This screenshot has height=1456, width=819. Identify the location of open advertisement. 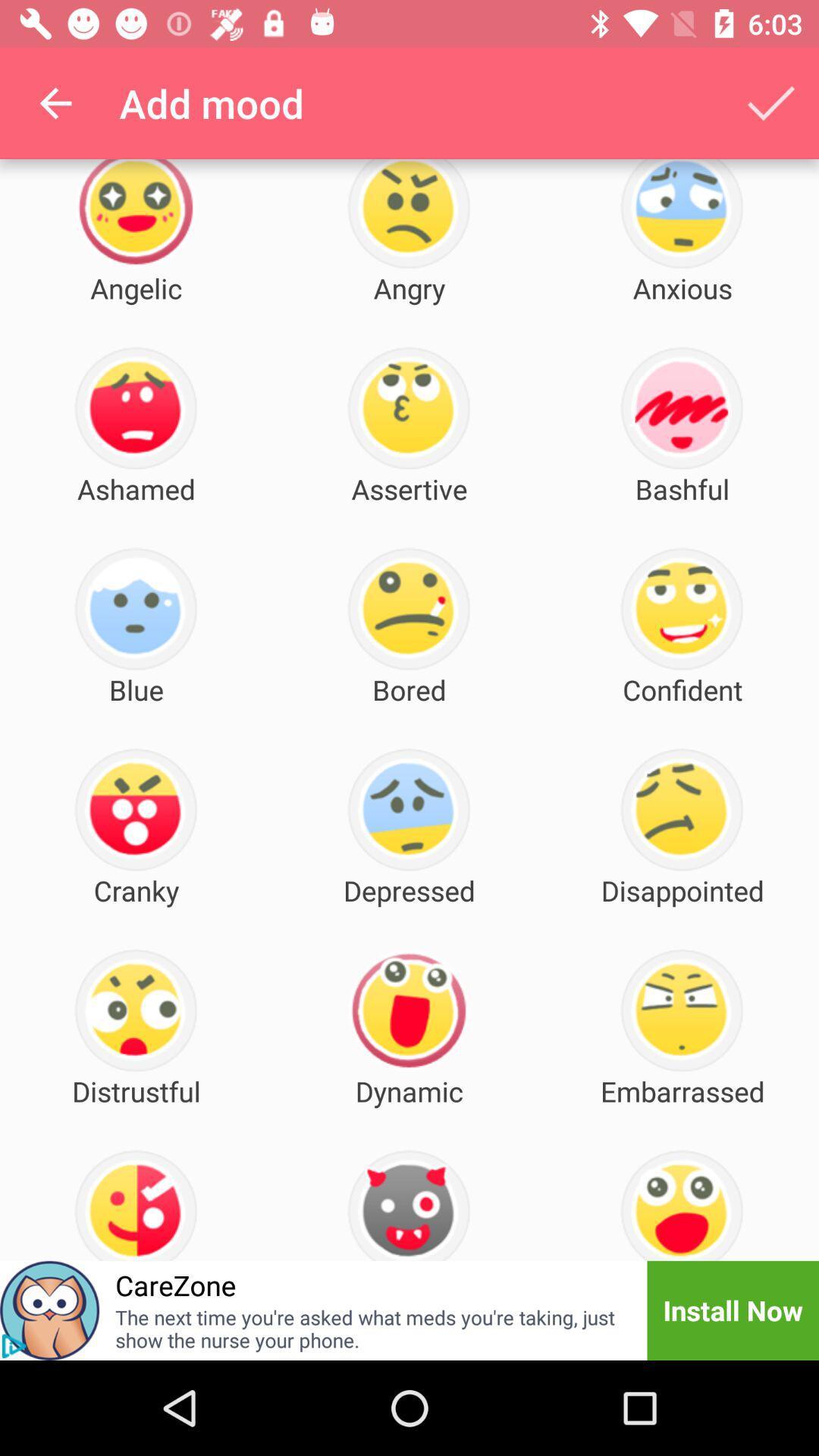
(49, 1310).